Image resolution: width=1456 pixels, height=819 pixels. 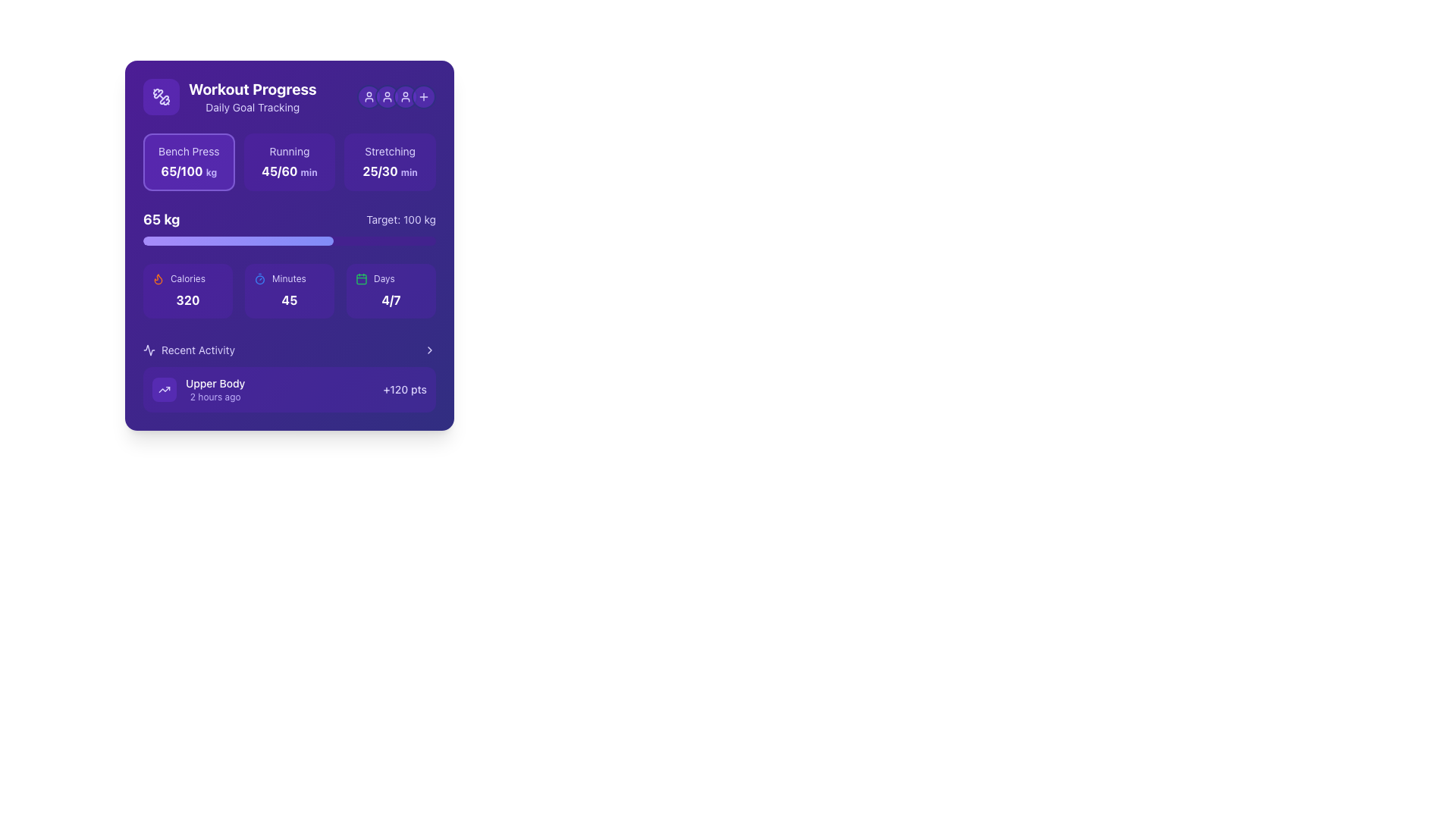 I want to click on the text label 'min' styled in a small violet font located in the 'Running' section, to the right of '45/60', so click(x=308, y=171).